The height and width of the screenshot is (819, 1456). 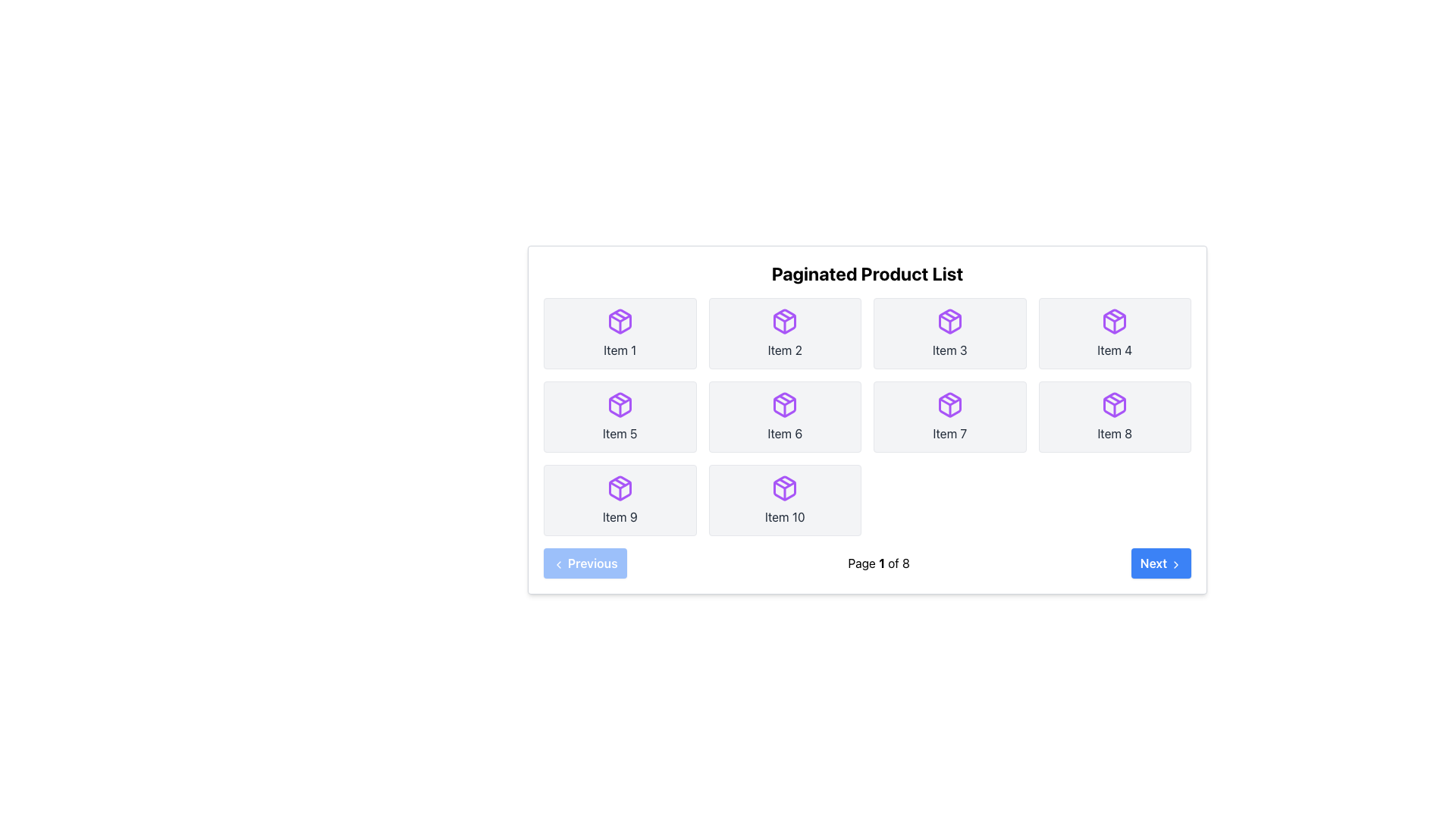 I want to click on the polygon SVG element that visually distinguishes the item within the box icon located in the fourth cell of the first row in the product list grid, so click(x=1115, y=318).